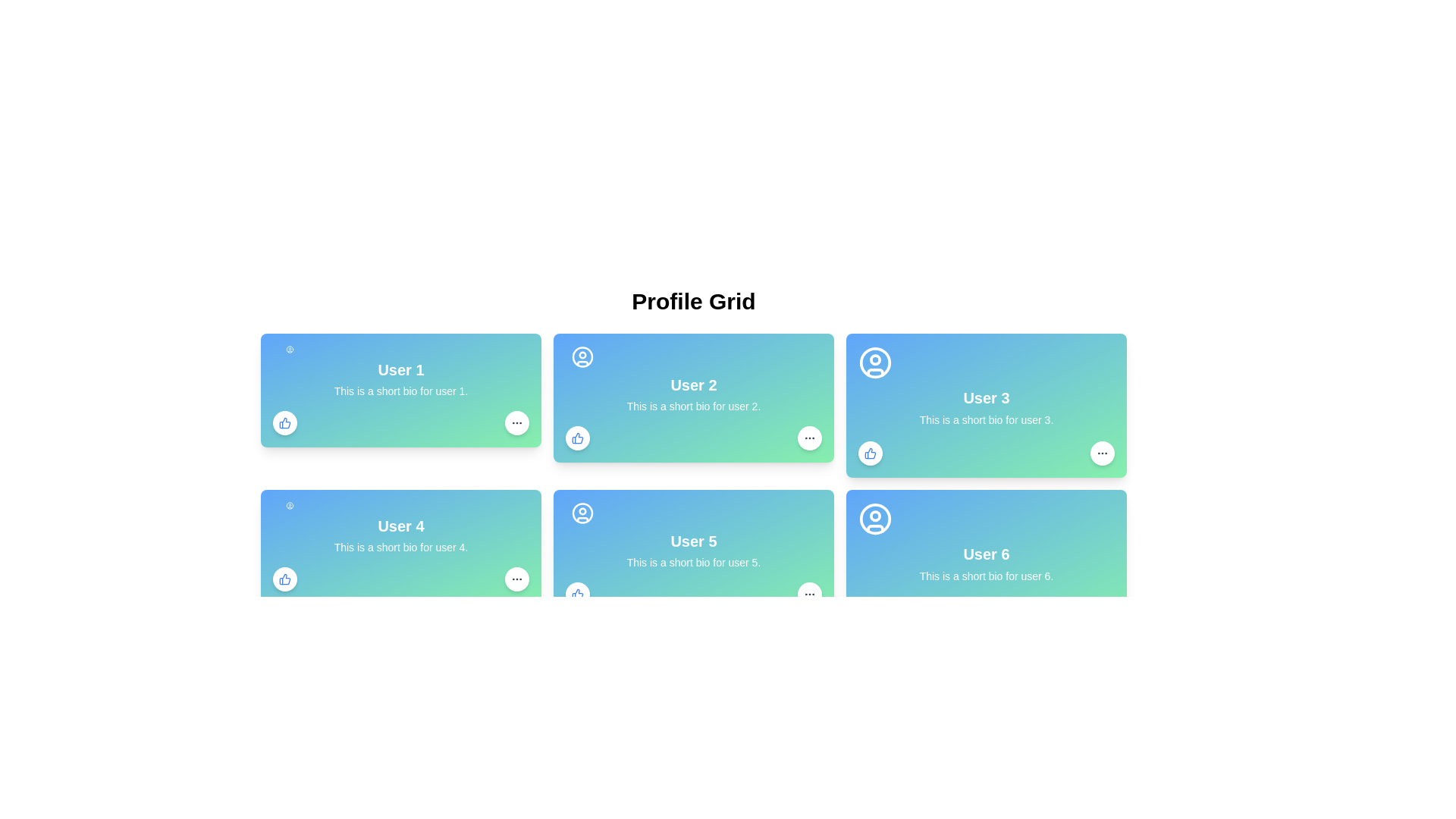  I want to click on the Ellipsis icon inside the circular button located at the bottom-right corner of the profile card labeled 'User 6', so click(809, 593).